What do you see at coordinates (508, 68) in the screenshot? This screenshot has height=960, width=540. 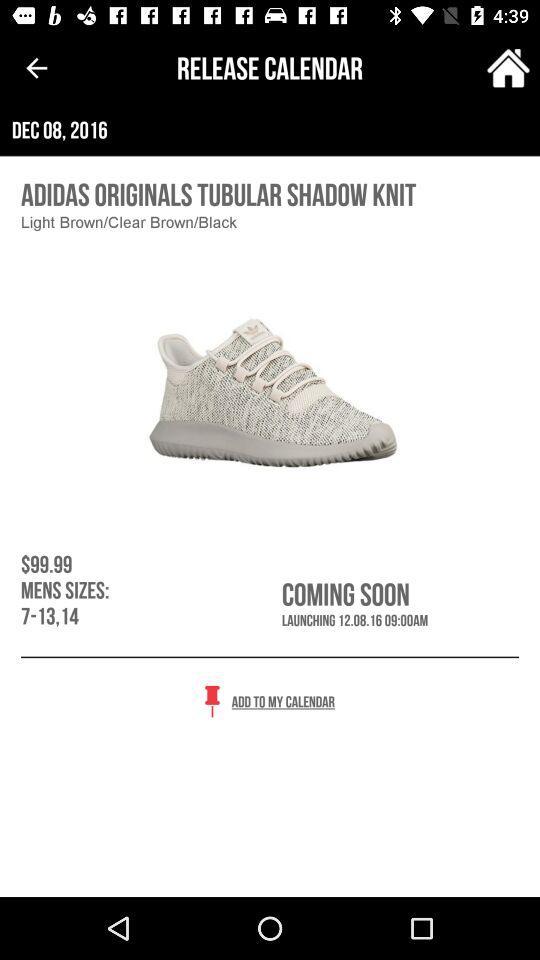 I see `the item at the top right corner` at bounding box center [508, 68].